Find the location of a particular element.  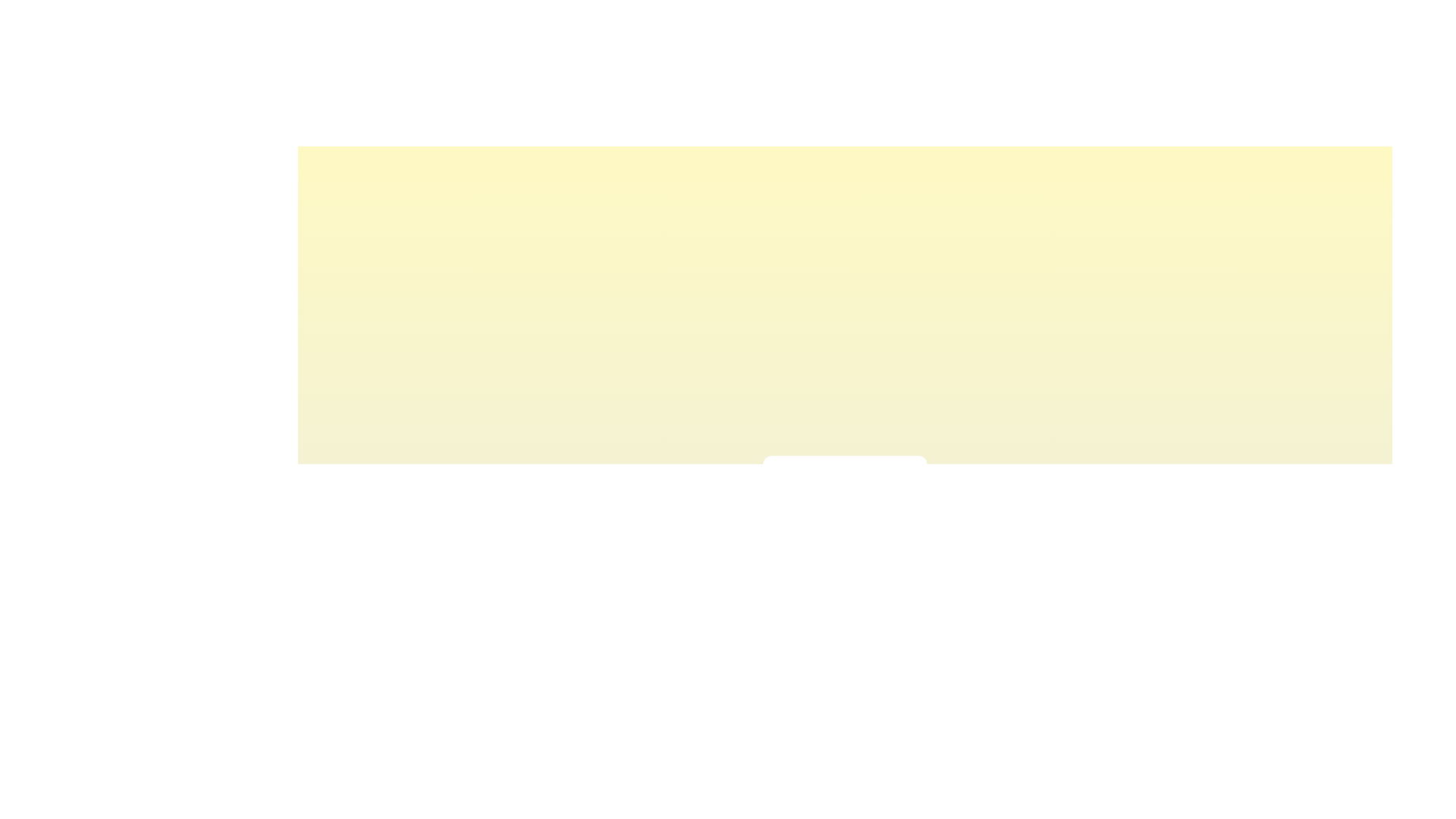

the light intensity slider to 80% to observe the corresponding visual feedback color is located at coordinates (883, 513).